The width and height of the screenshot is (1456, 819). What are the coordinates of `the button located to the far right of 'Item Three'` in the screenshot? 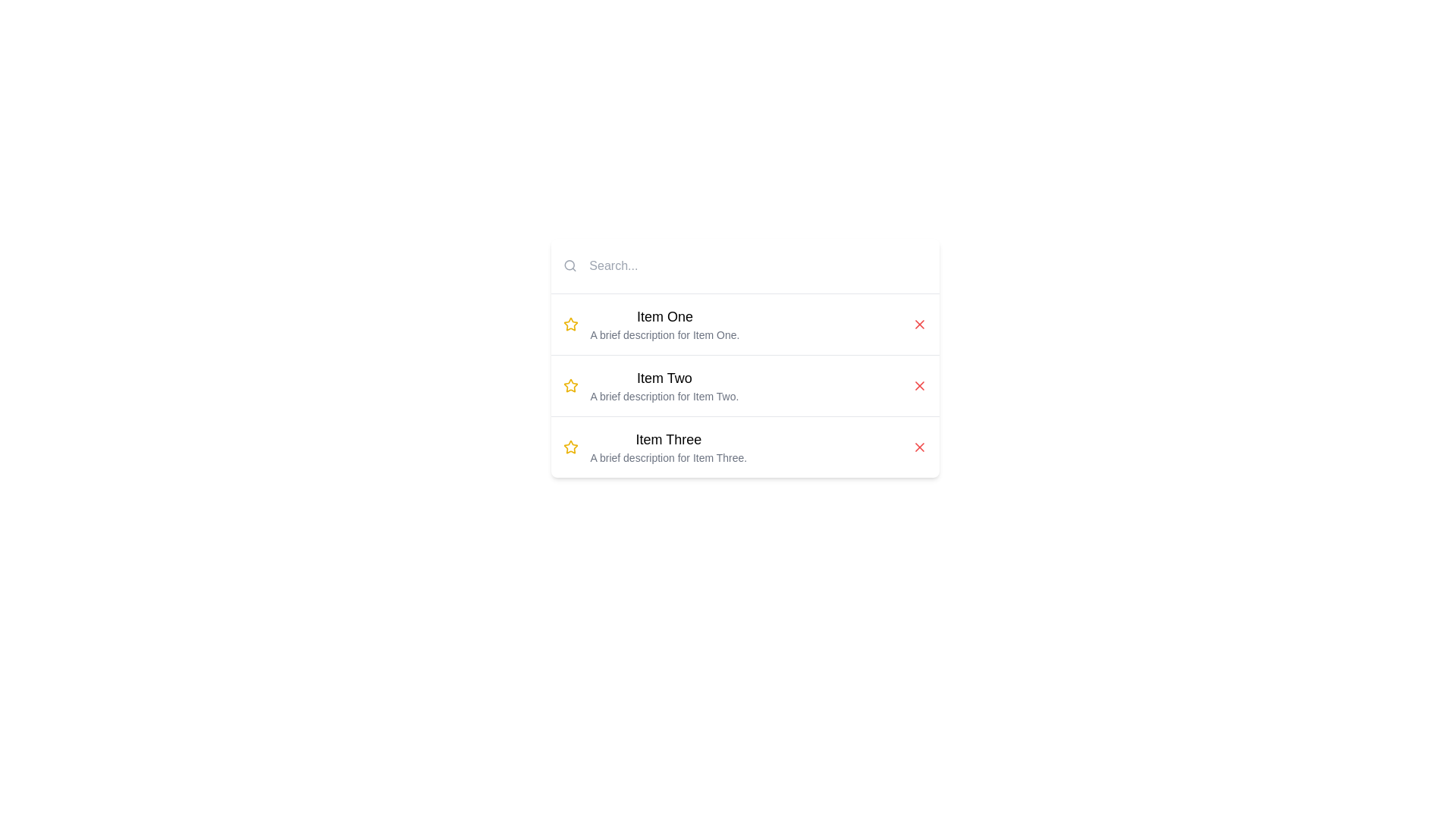 It's located at (918, 447).